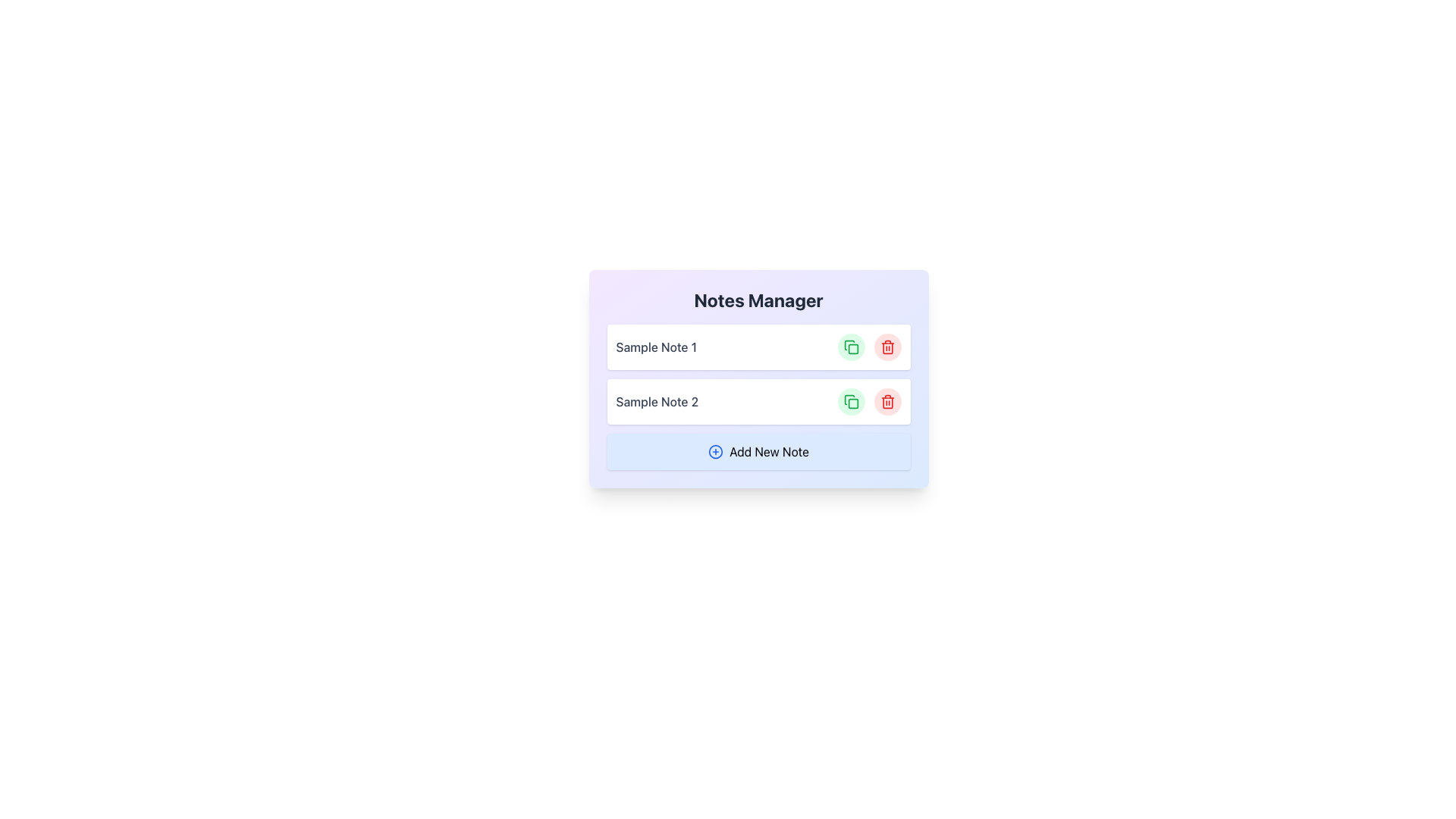  Describe the element at coordinates (851, 400) in the screenshot. I see `the copy button located to the right of 'Sample Note 2' in the second row of the note management interface` at that location.